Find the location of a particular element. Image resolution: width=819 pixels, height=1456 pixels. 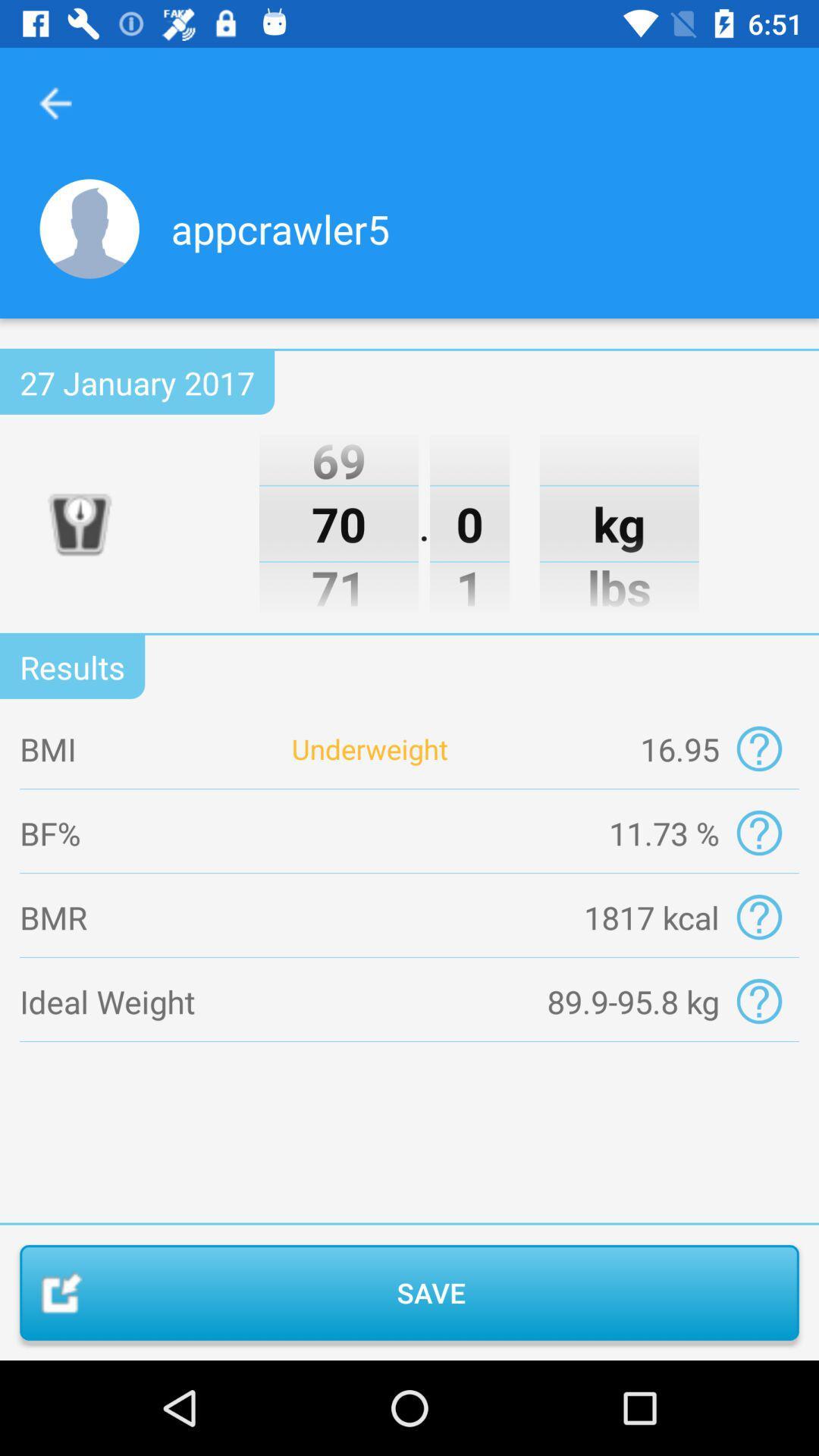

the sliders icon is located at coordinates (79, 523).